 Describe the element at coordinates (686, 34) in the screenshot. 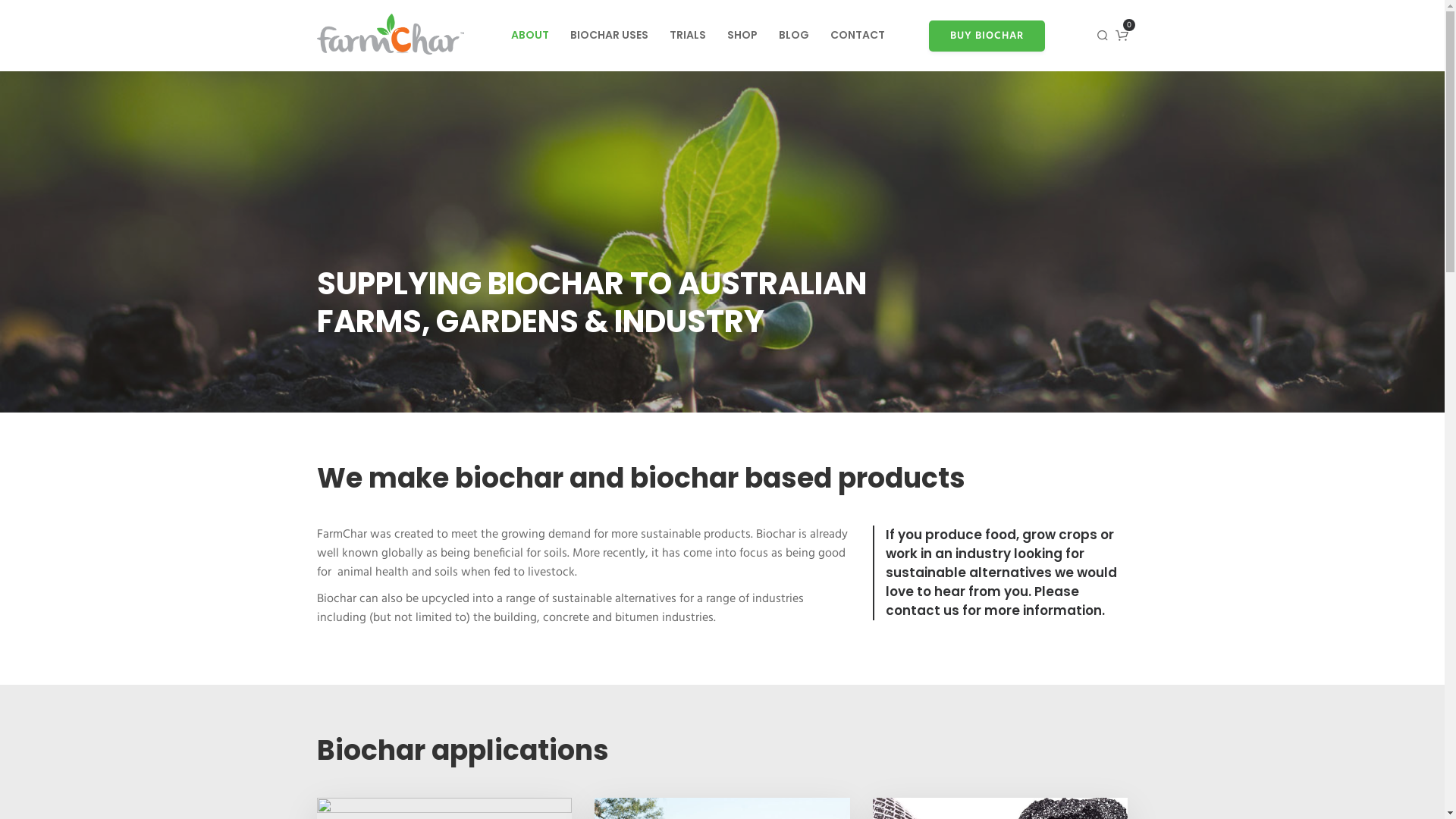

I see `'TRIALS'` at that location.